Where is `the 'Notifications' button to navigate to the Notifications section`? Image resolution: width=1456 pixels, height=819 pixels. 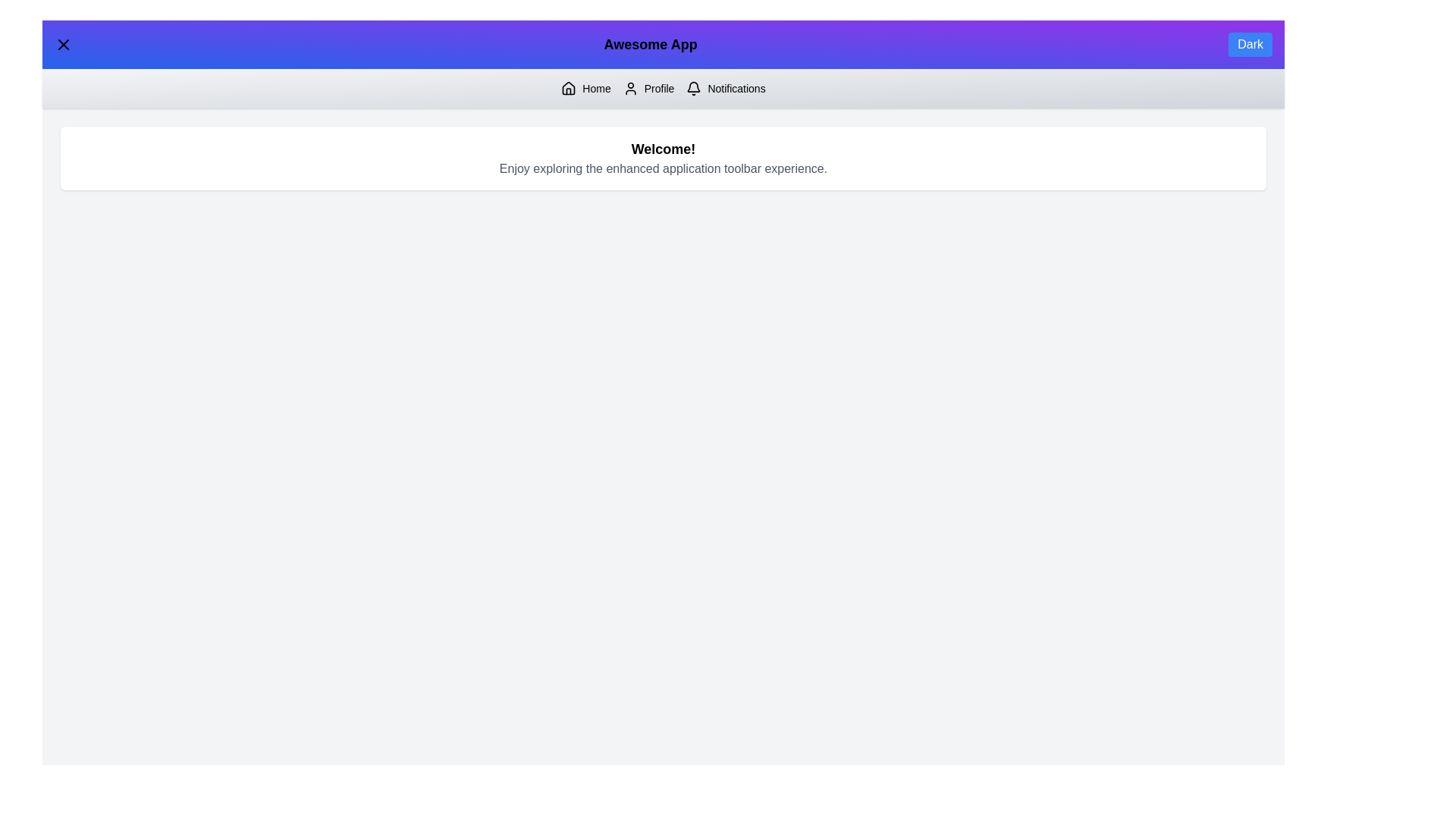
the 'Notifications' button to navigate to the Notifications section is located at coordinates (724, 88).